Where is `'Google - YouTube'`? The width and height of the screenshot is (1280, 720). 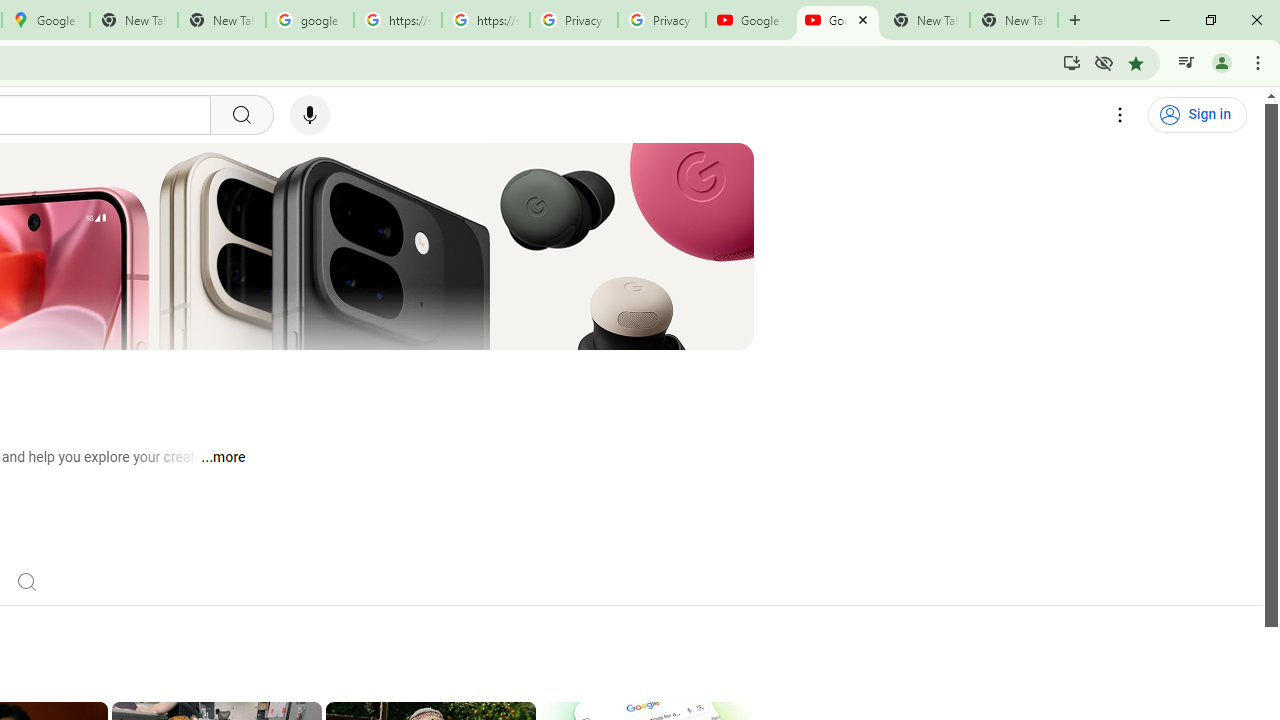
'Google - YouTube' is located at coordinates (837, 20).